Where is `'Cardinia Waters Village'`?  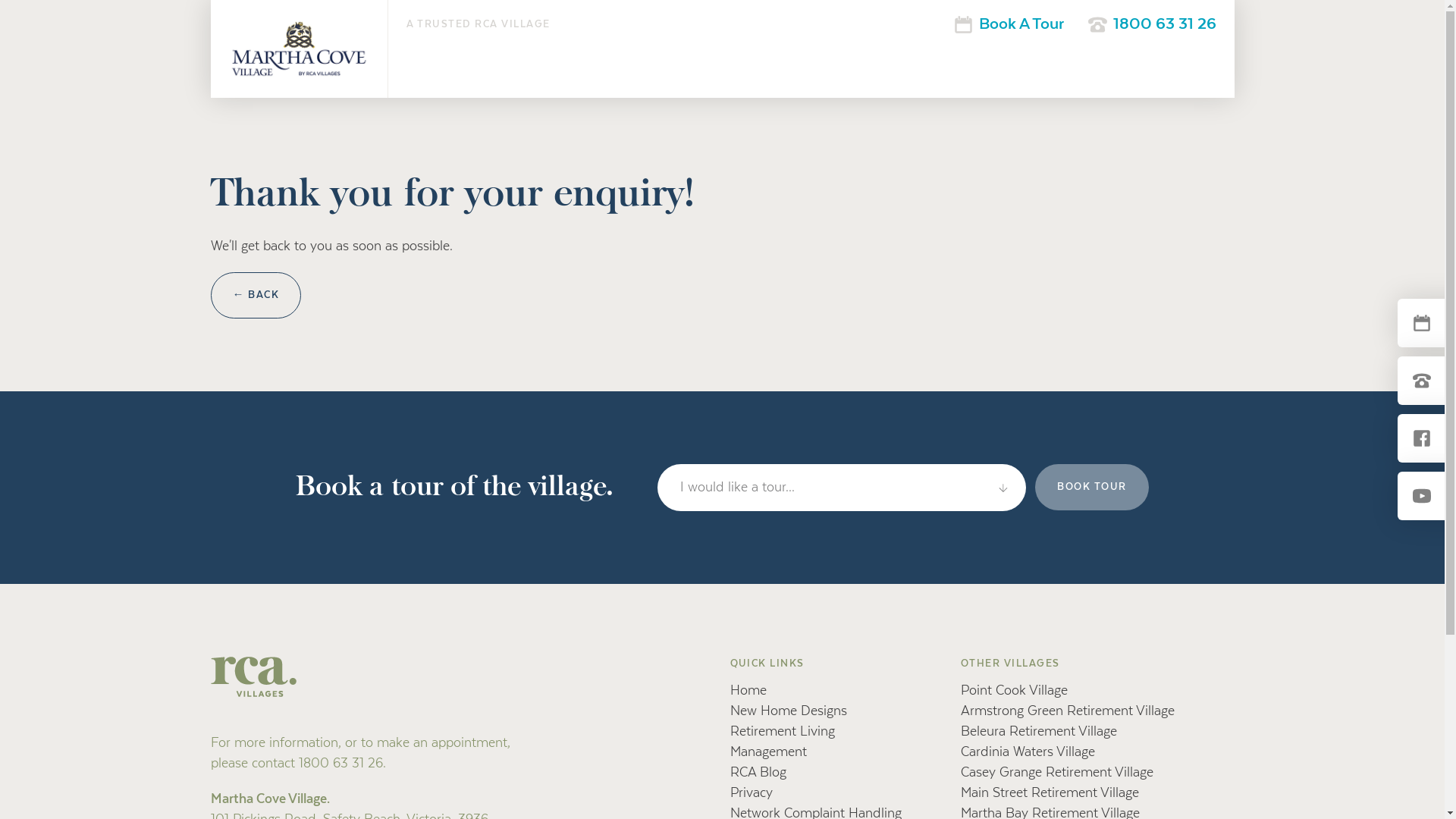
'Cardinia Waters Village' is located at coordinates (1028, 752).